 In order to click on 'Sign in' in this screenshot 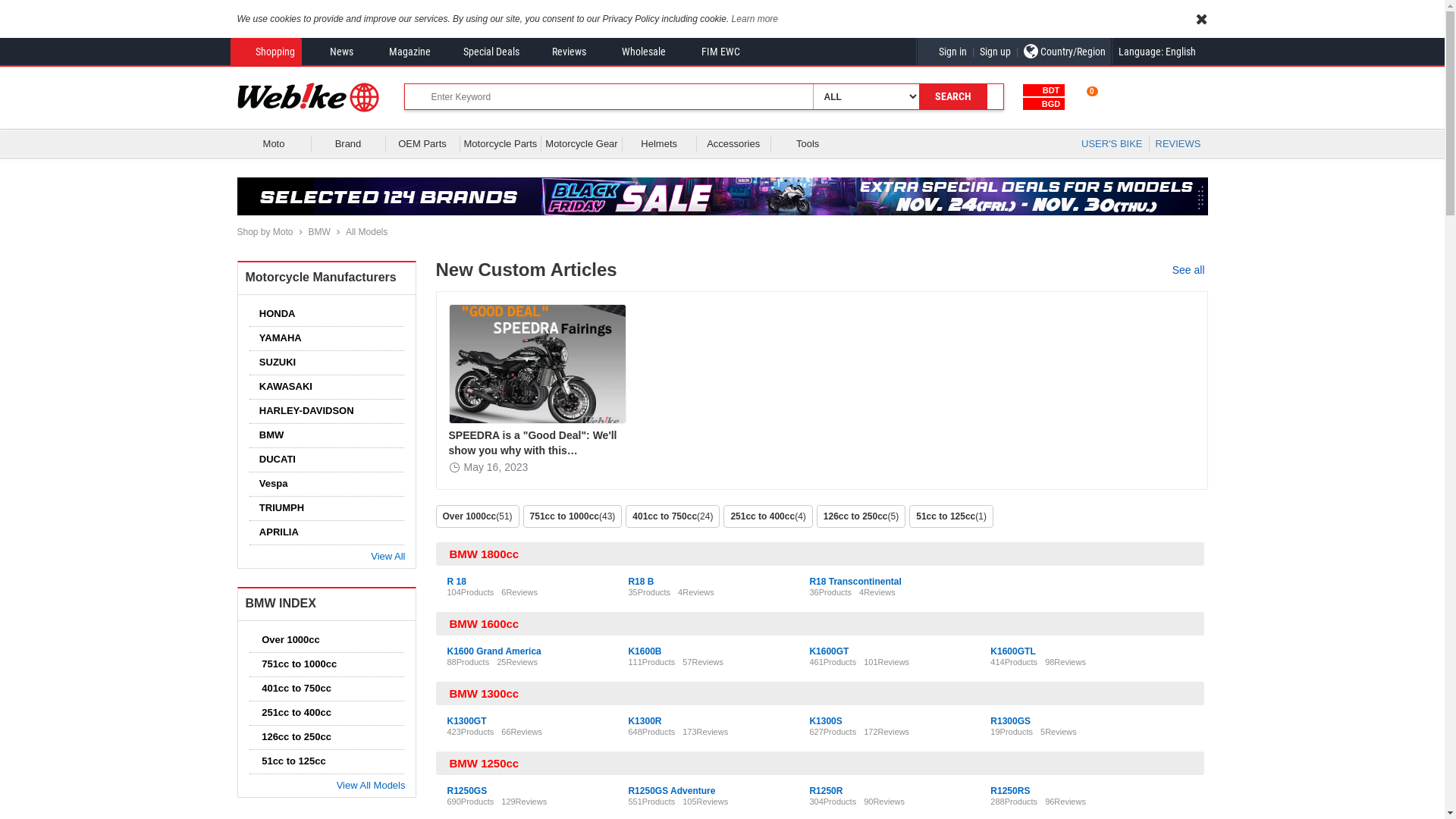, I will do `click(944, 51)`.